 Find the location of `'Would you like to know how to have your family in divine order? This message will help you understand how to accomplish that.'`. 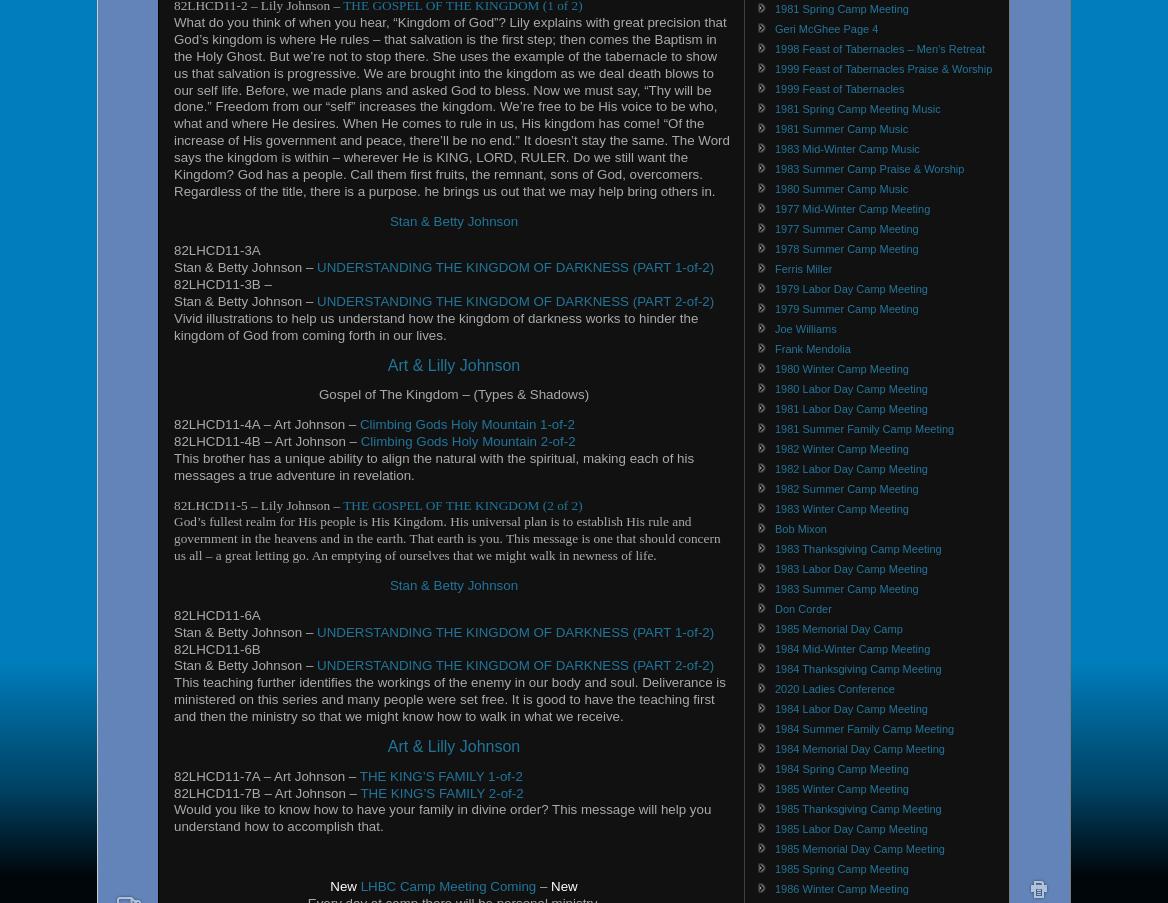

'Would you like to know how to have your family in divine order? This message will help you understand how to accomplish that.' is located at coordinates (442, 817).